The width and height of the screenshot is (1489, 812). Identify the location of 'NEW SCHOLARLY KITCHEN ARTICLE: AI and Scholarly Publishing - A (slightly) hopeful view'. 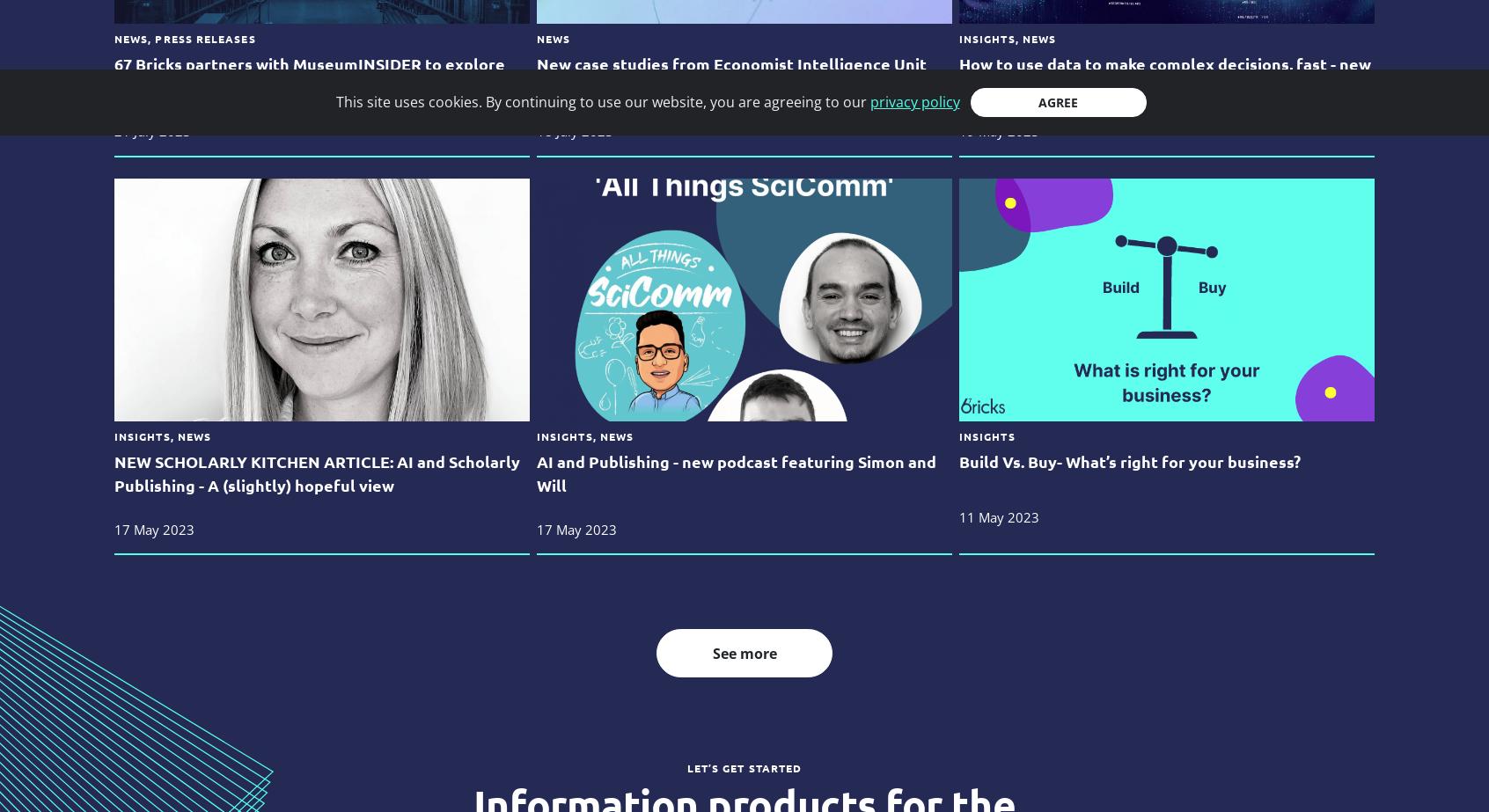
(317, 472).